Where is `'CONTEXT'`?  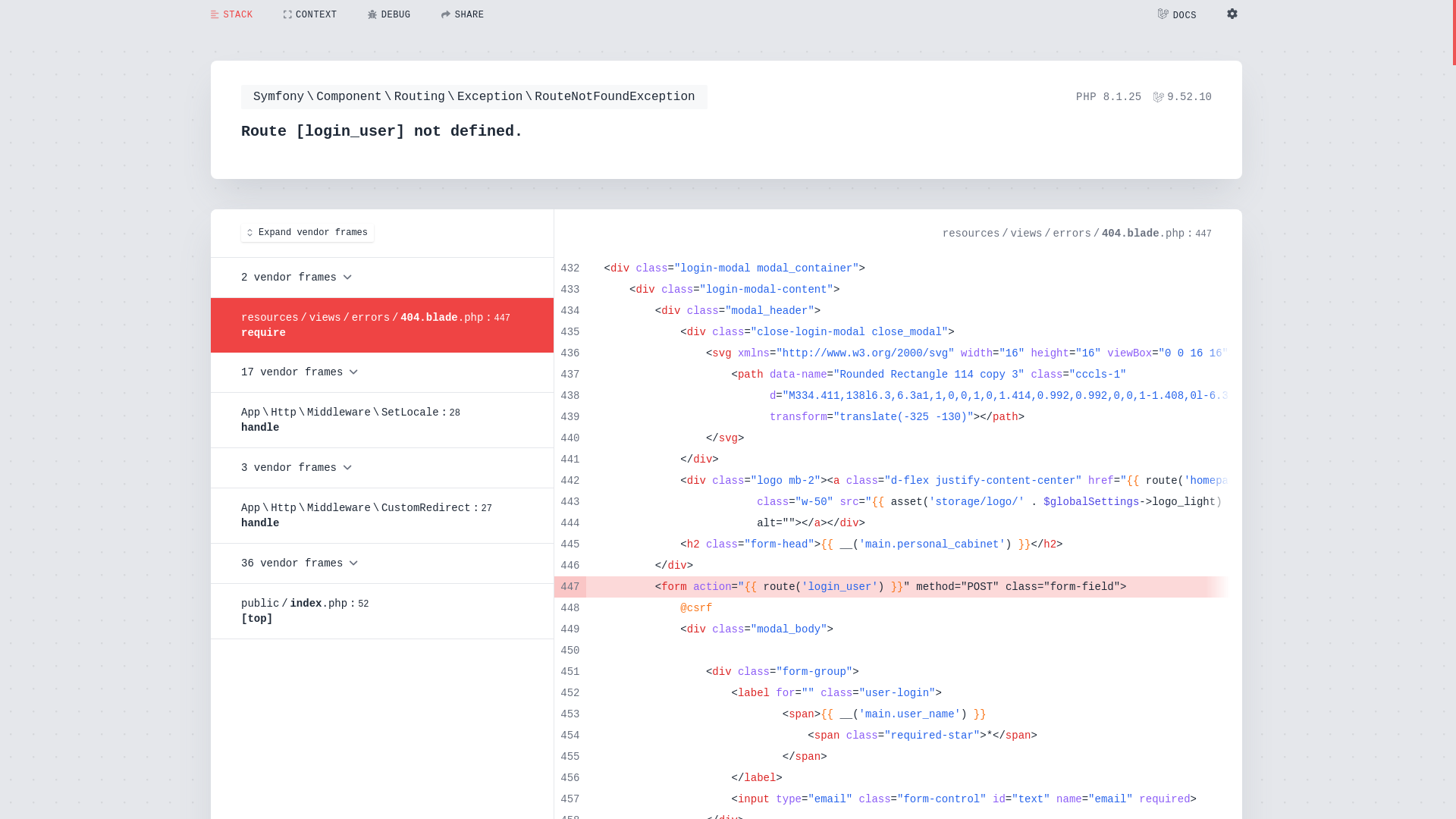 'CONTEXT' is located at coordinates (268, 14).